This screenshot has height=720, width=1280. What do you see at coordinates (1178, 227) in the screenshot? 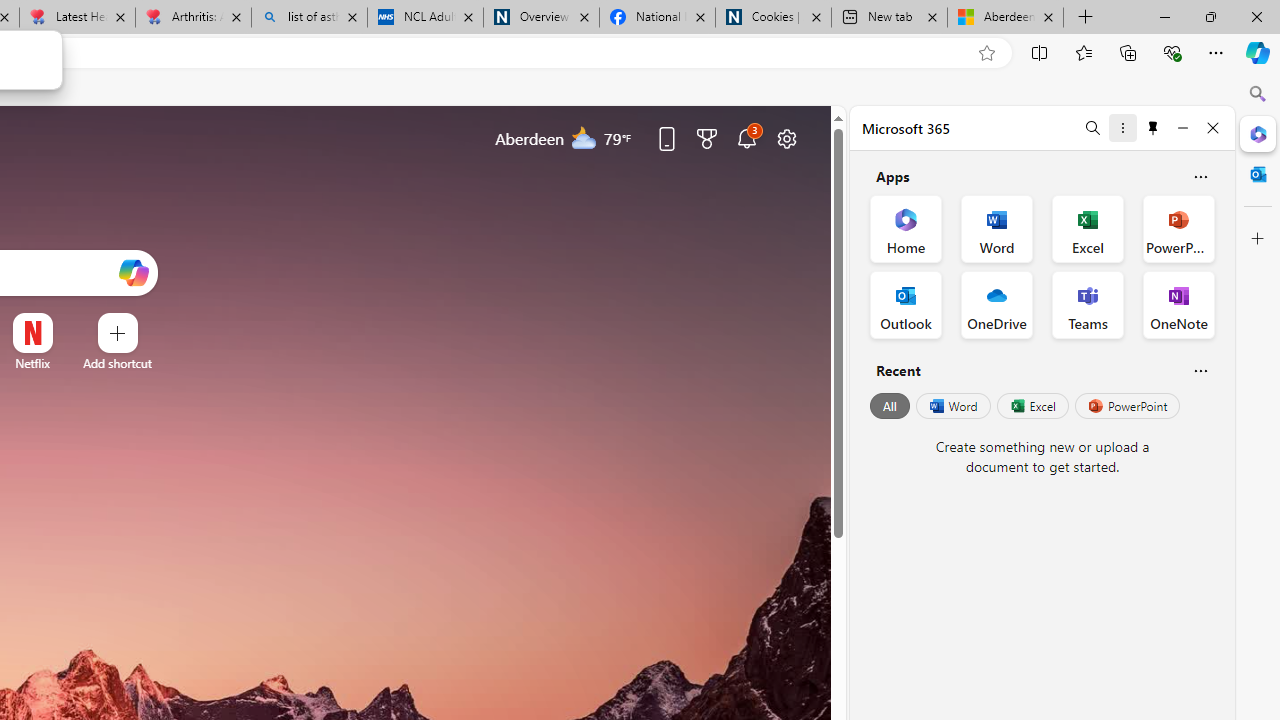
I see `'PowerPoint Office App'` at bounding box center [1178, 227].